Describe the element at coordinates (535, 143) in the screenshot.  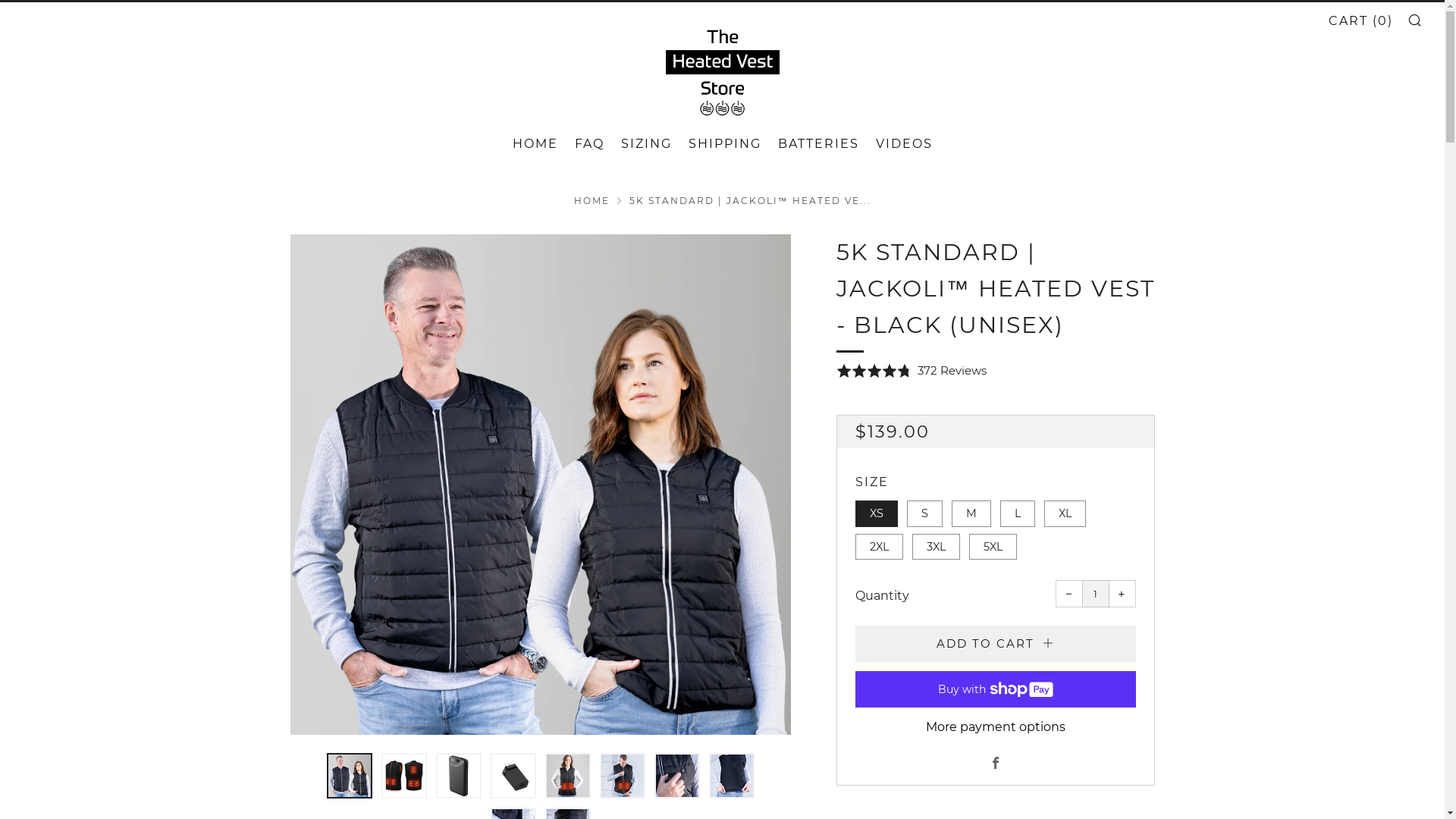
I see `'HOME'` at that location.